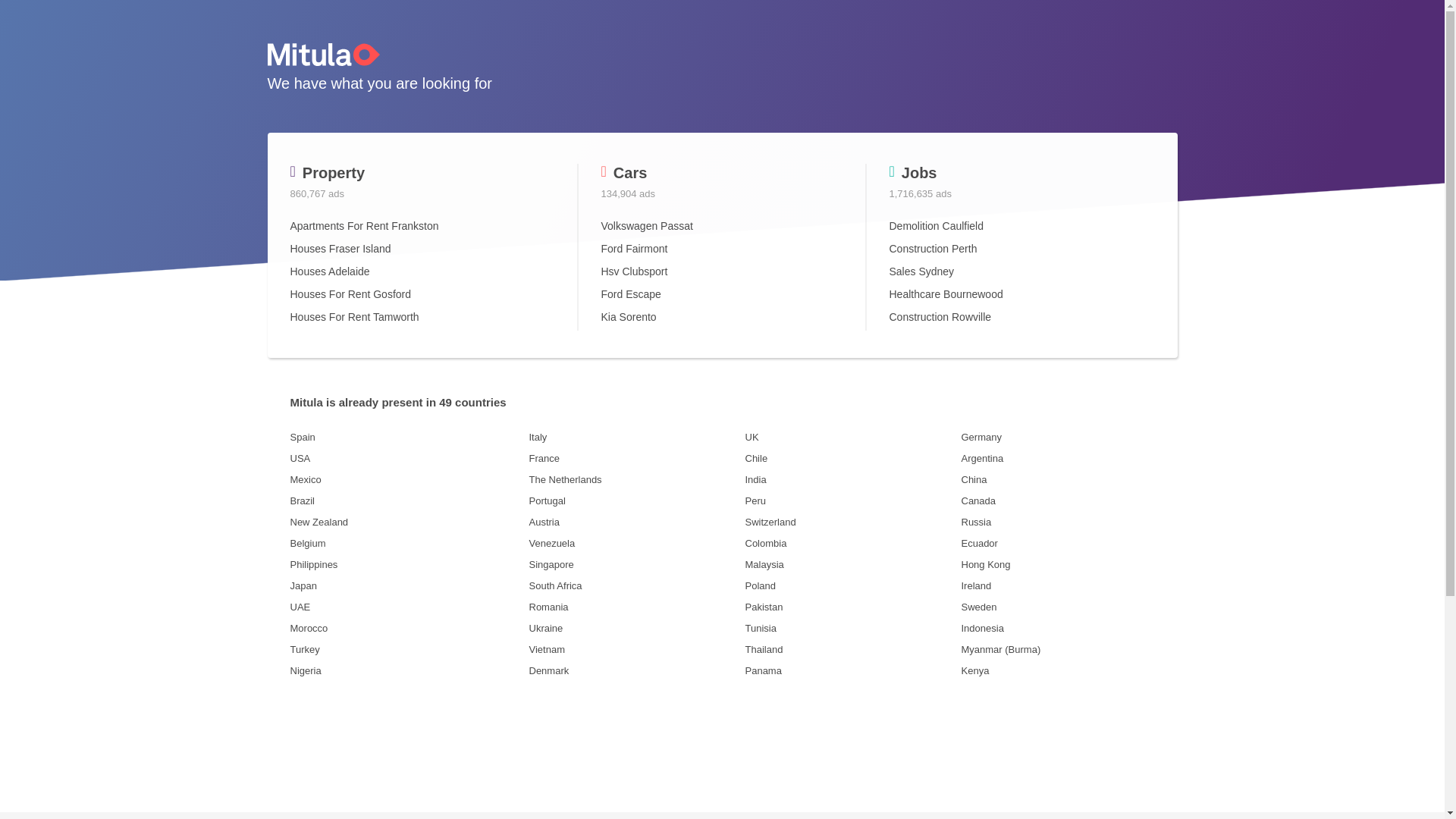 The width and height of the screenshot is (1456, 819). I want to click on 'Turkey', so click(290, 648).